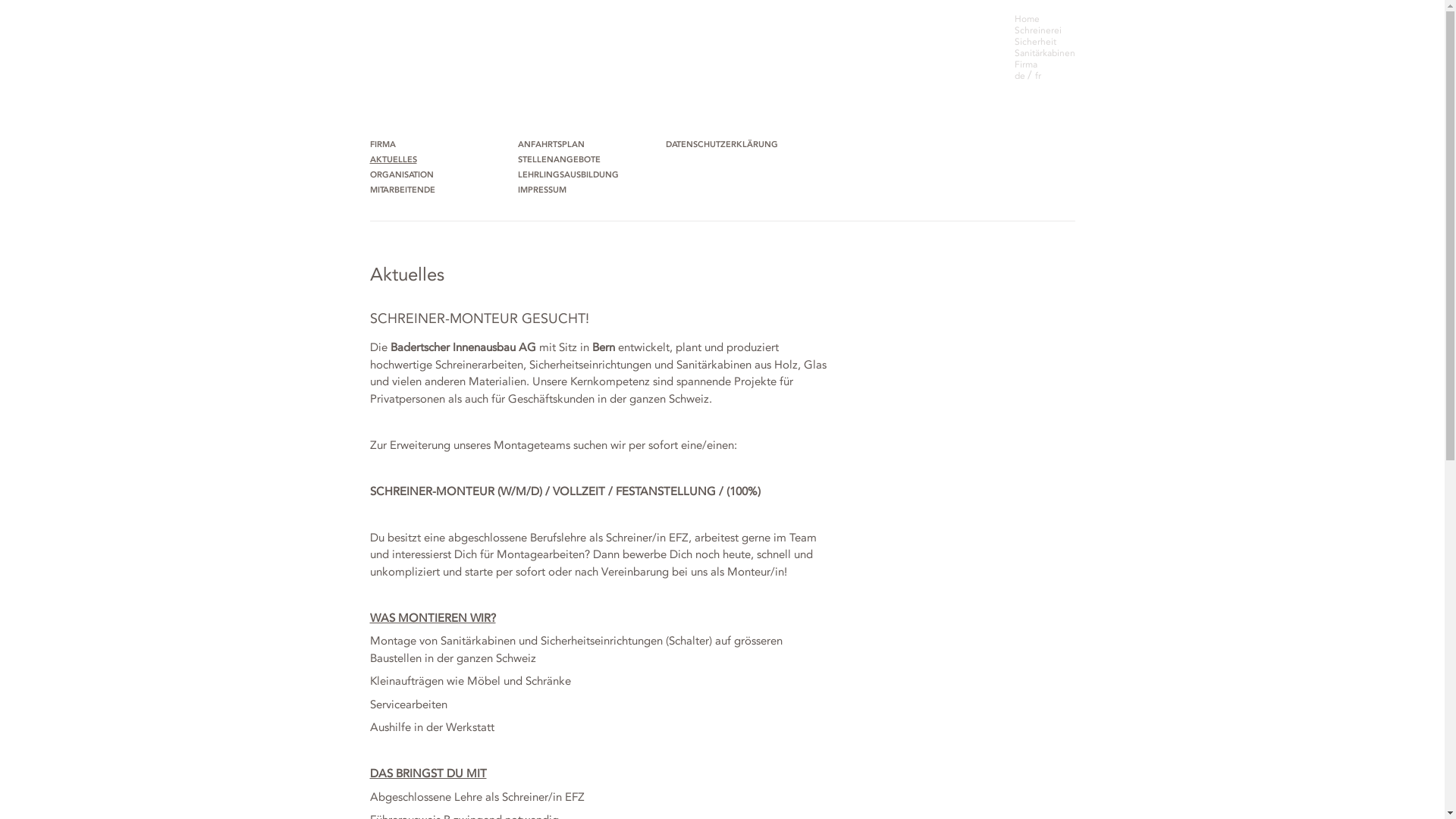  What do you see at coordinates (1026, 63) in the screenshot?
I see `'Firma'` at bounding box center [1026, 63].